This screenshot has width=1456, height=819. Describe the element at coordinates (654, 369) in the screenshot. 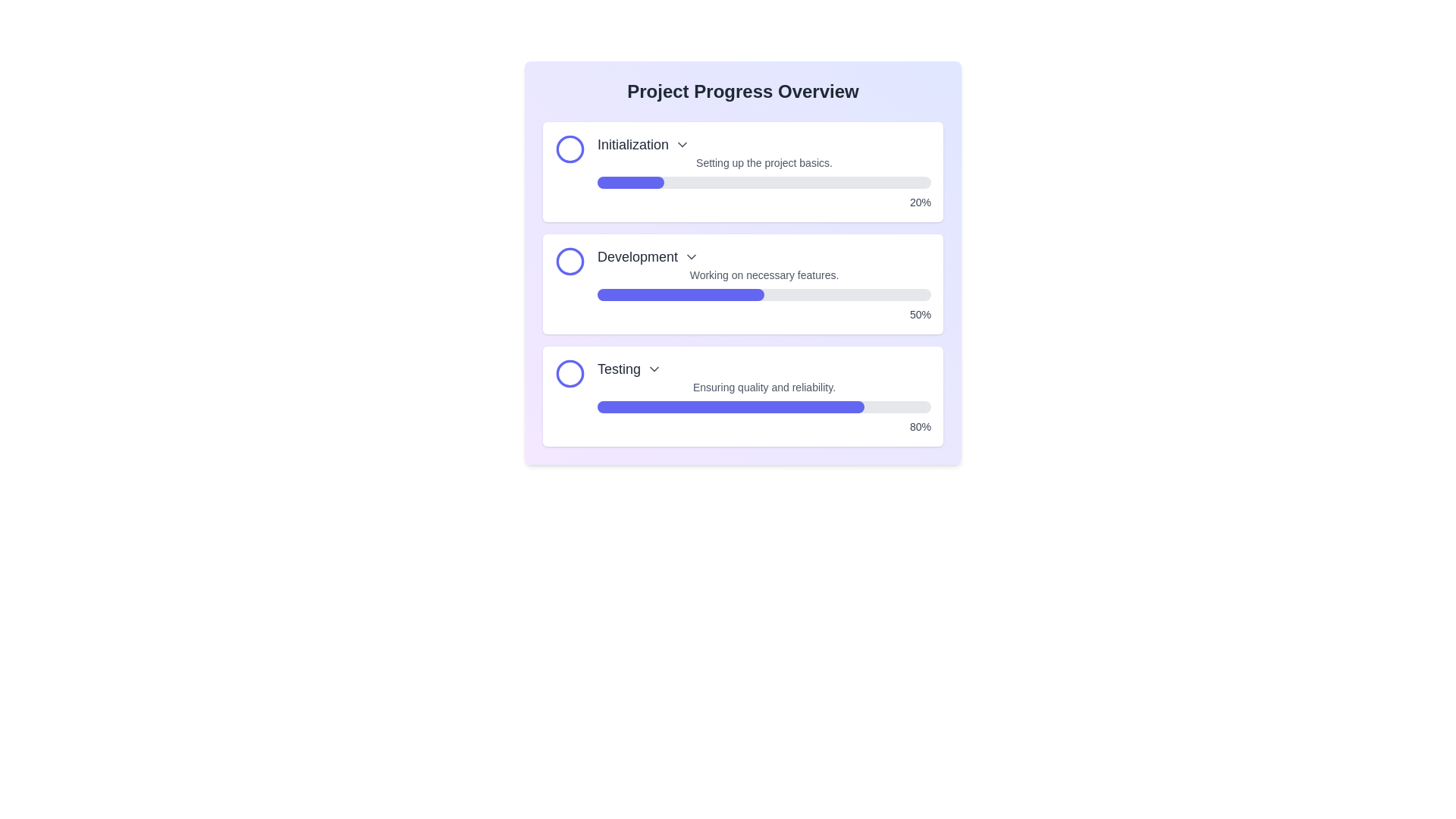

I see `the downwards-pointing chevron icon next to the 'Testing' text` at that location.